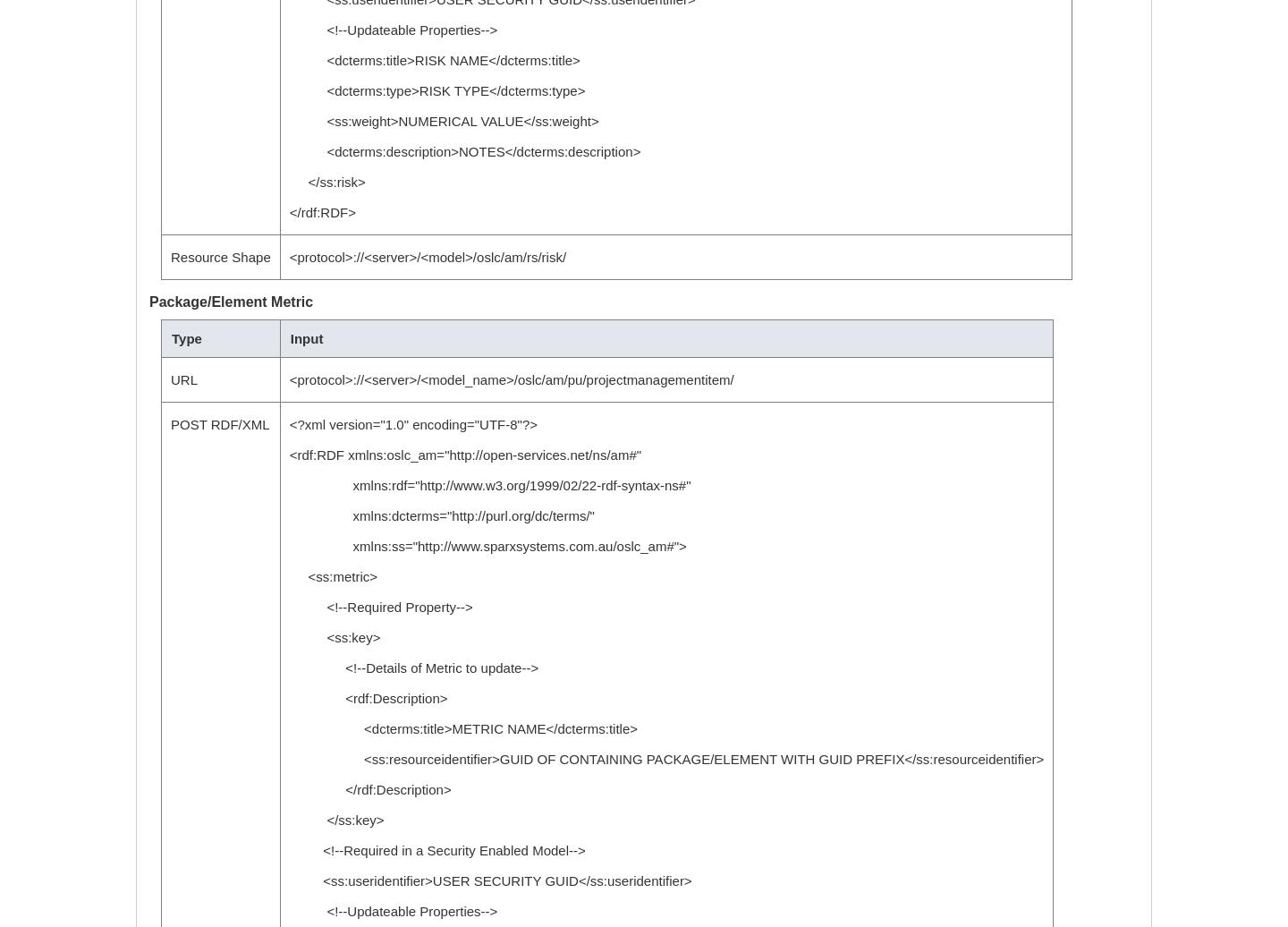 The width and height of the screenshot is (1288, 927). I want to click on 'POST RDF/XML', so click(218, 424).